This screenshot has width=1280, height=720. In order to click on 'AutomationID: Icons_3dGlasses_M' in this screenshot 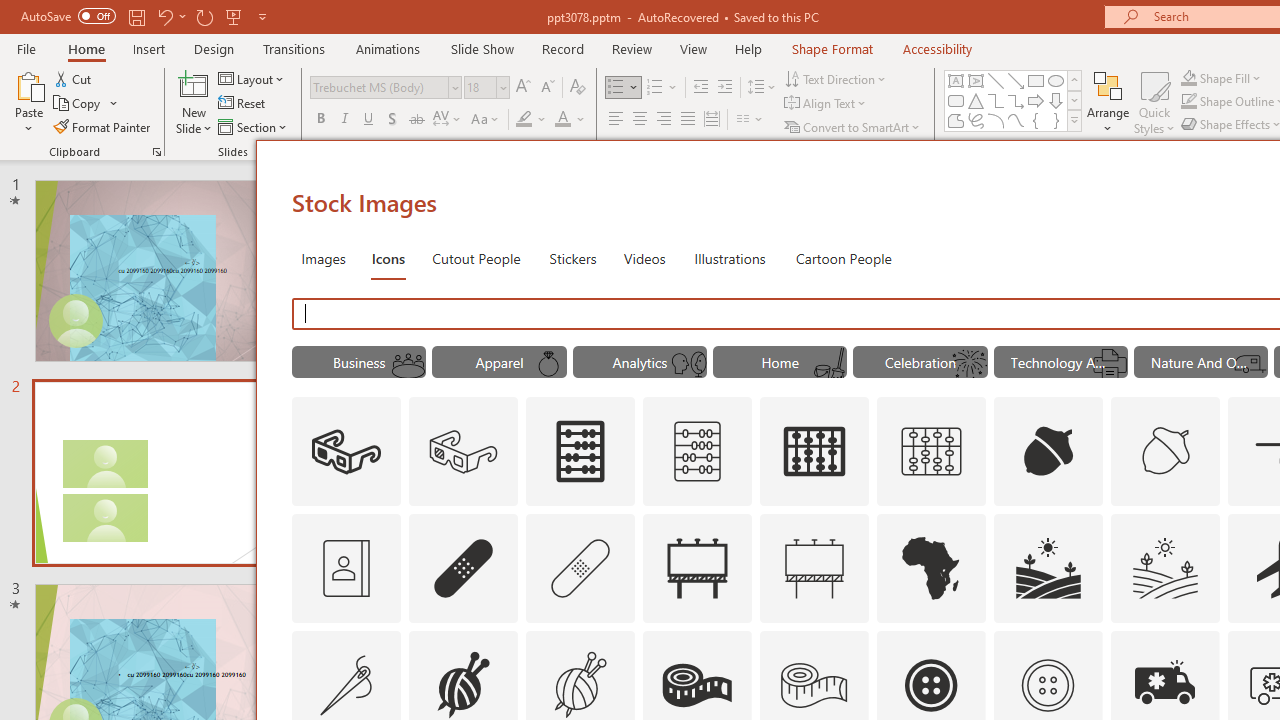, I will do `click(463, 452)`.